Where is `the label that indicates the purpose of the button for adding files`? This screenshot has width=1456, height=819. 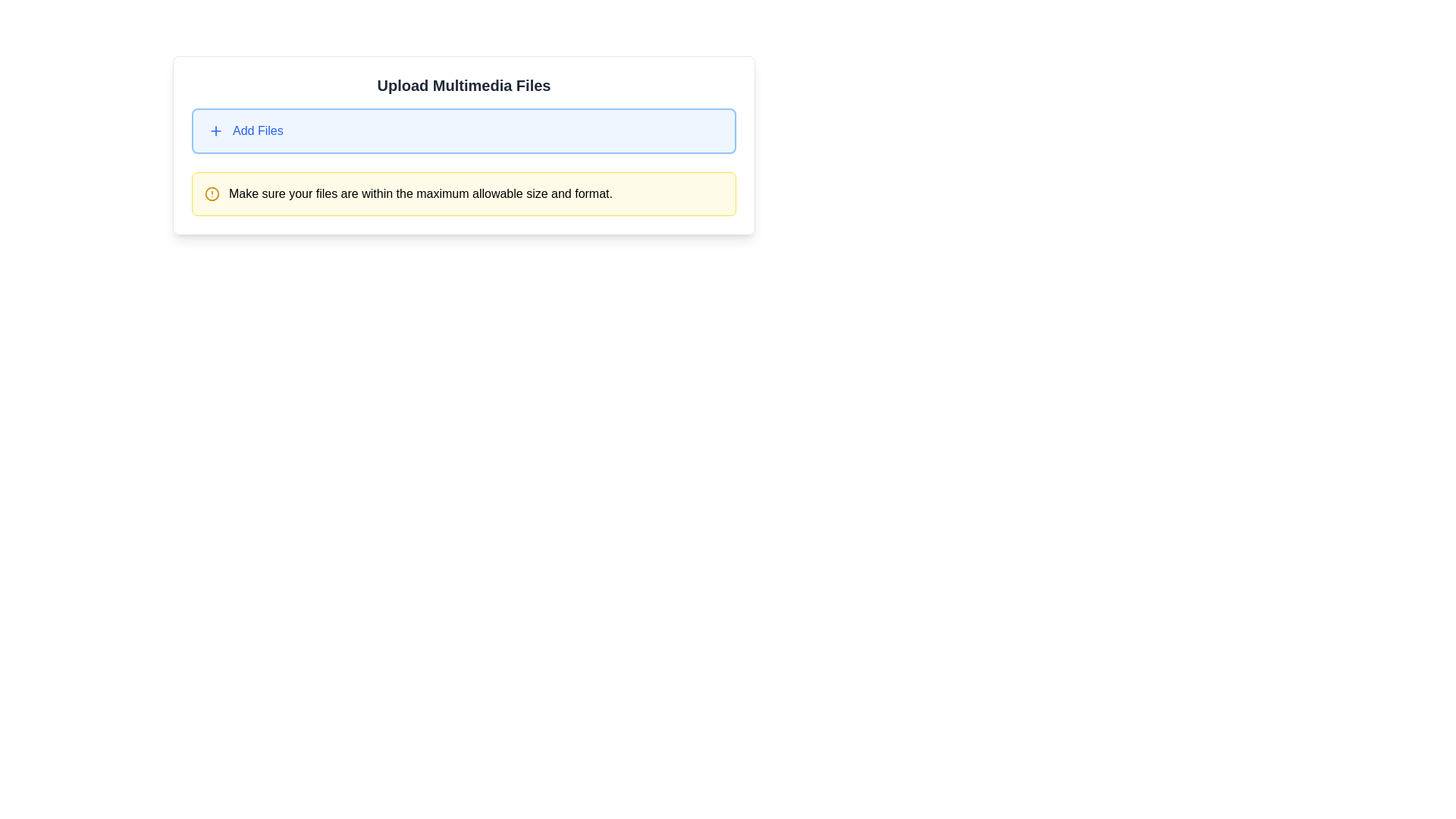
the label that indicates the purpose of the button for adding files is located at coordinates (258, 130).